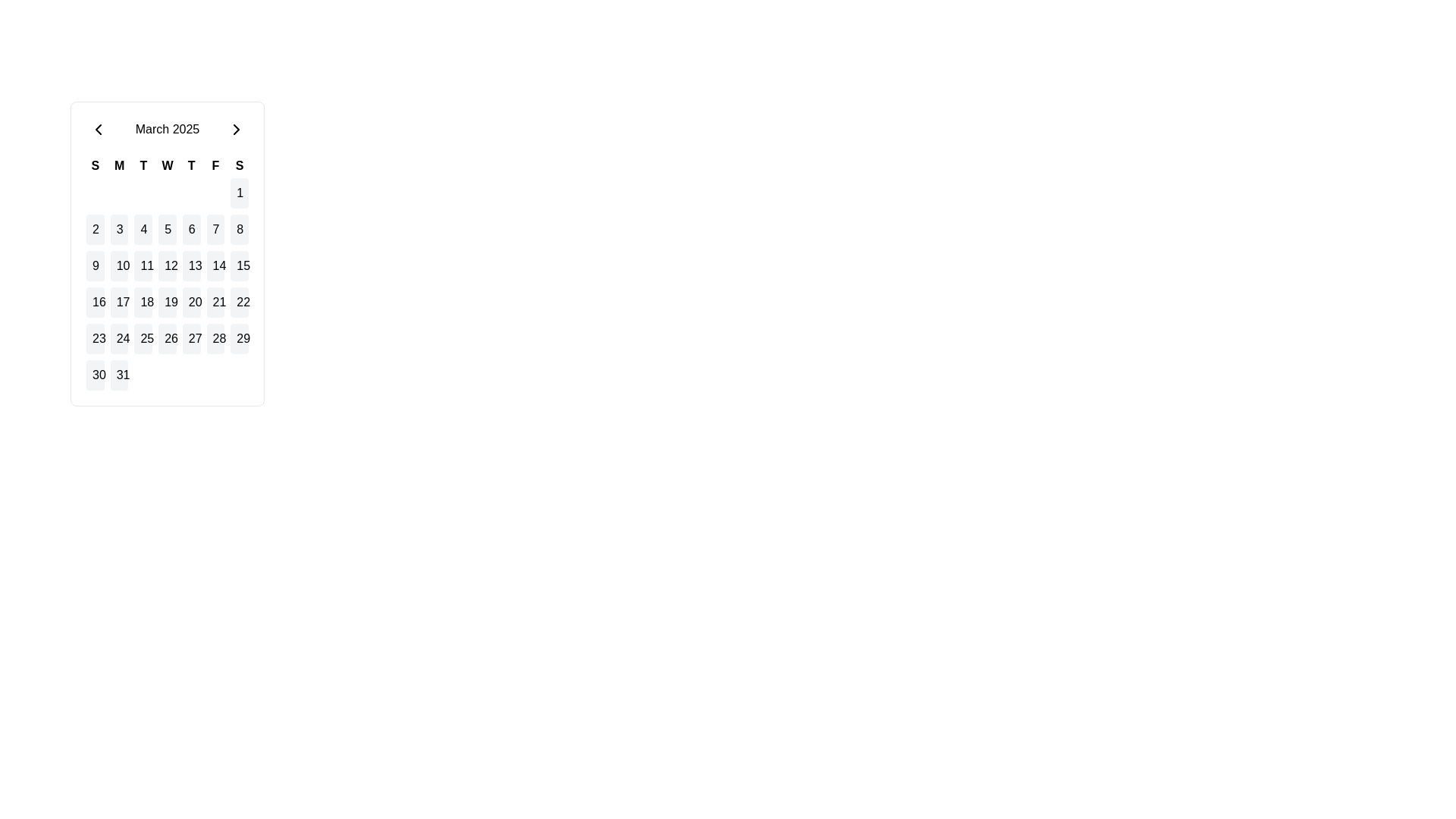  Describe the element at coordinates (167, 128) in the screenshot. I see `the static text label displaying 'March 2025' in the calendar header, which is centrally located between the left and right navigation controls` at that location.